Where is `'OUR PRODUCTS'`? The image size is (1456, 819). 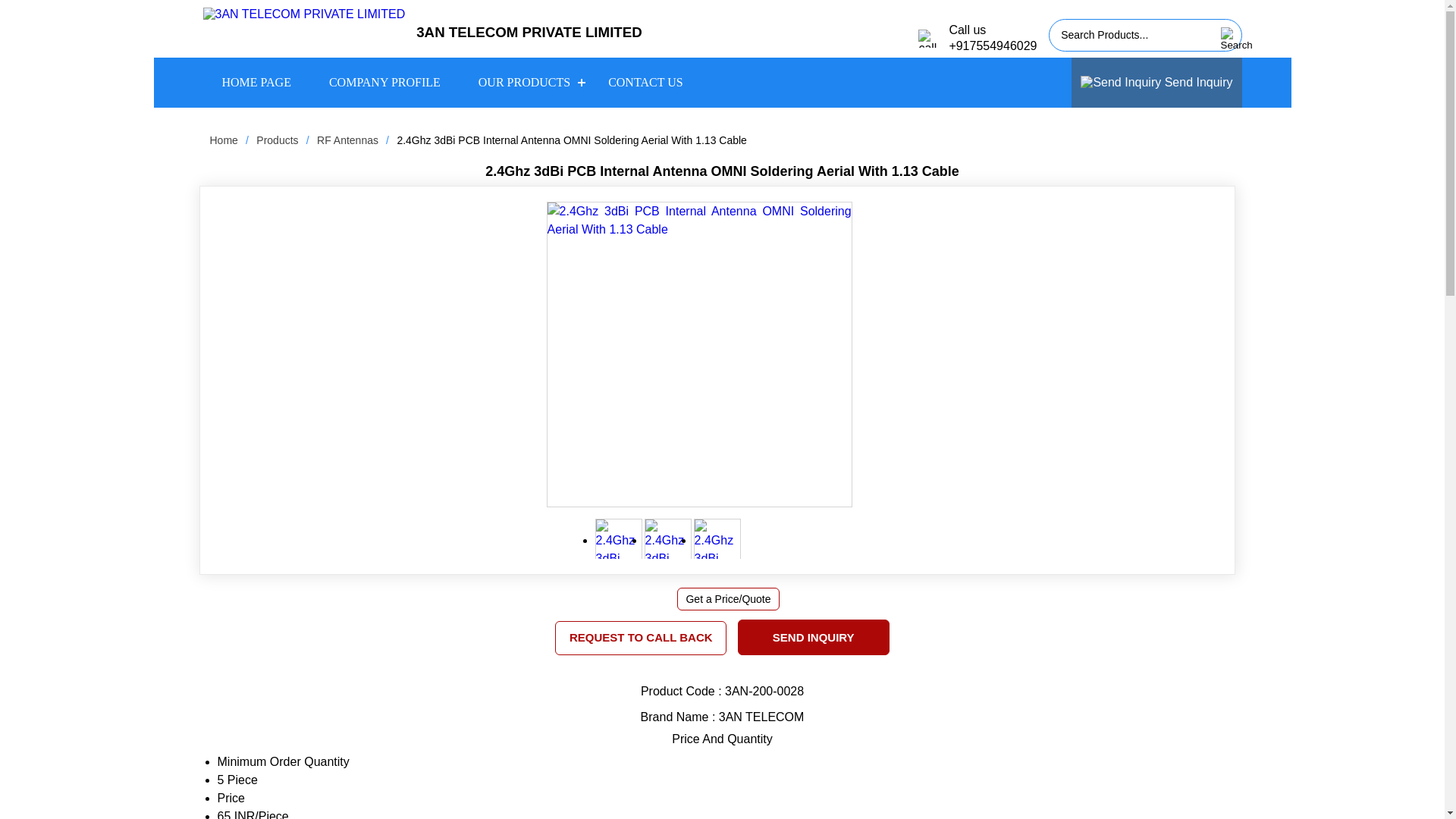 'OUR PRODUCTS' is located at coordinates (524, 82).